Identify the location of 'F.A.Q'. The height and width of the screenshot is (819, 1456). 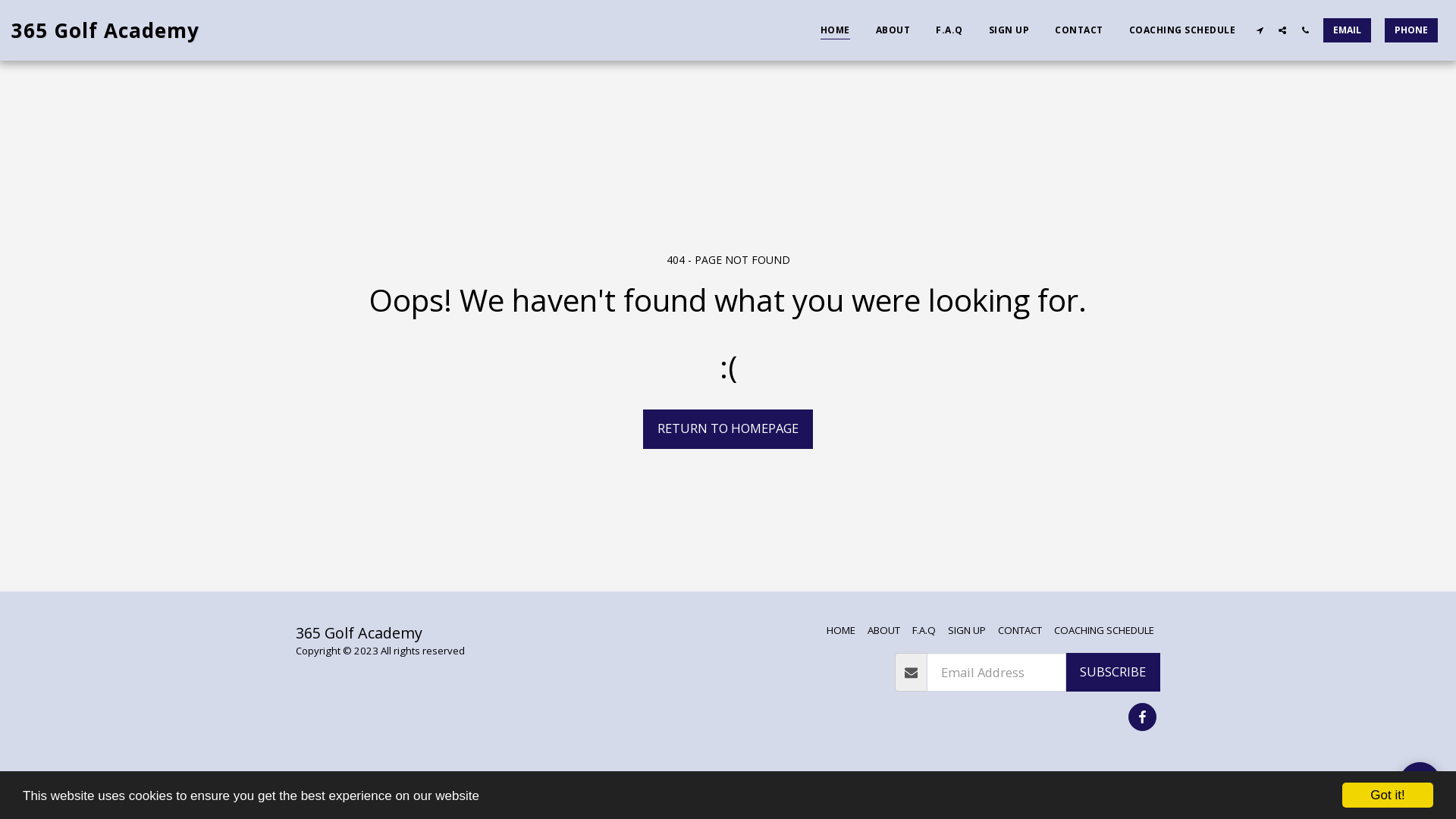
(923, 629).